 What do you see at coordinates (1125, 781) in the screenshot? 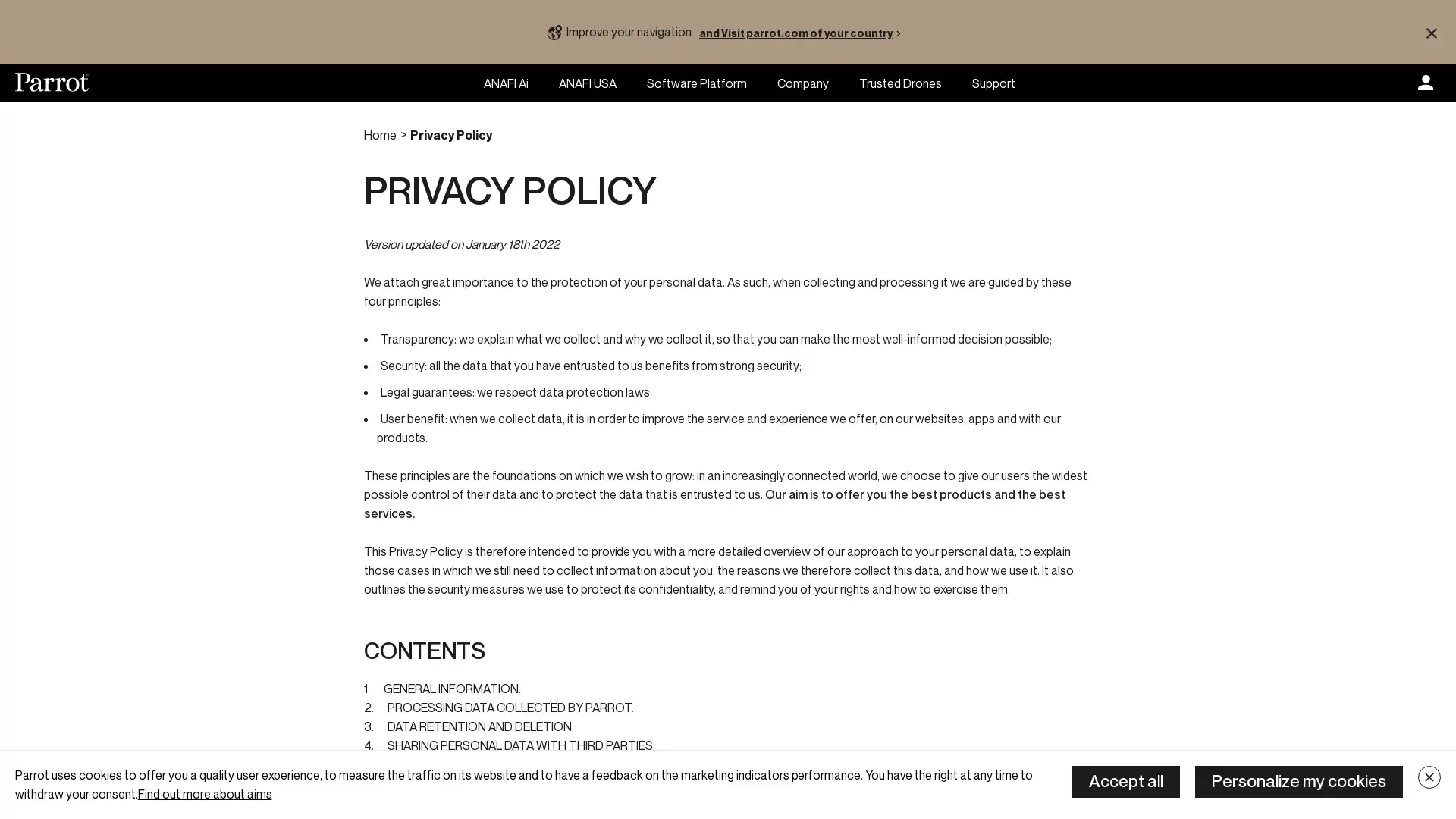
I see `Accept all` at bounding box center [1125, 781].